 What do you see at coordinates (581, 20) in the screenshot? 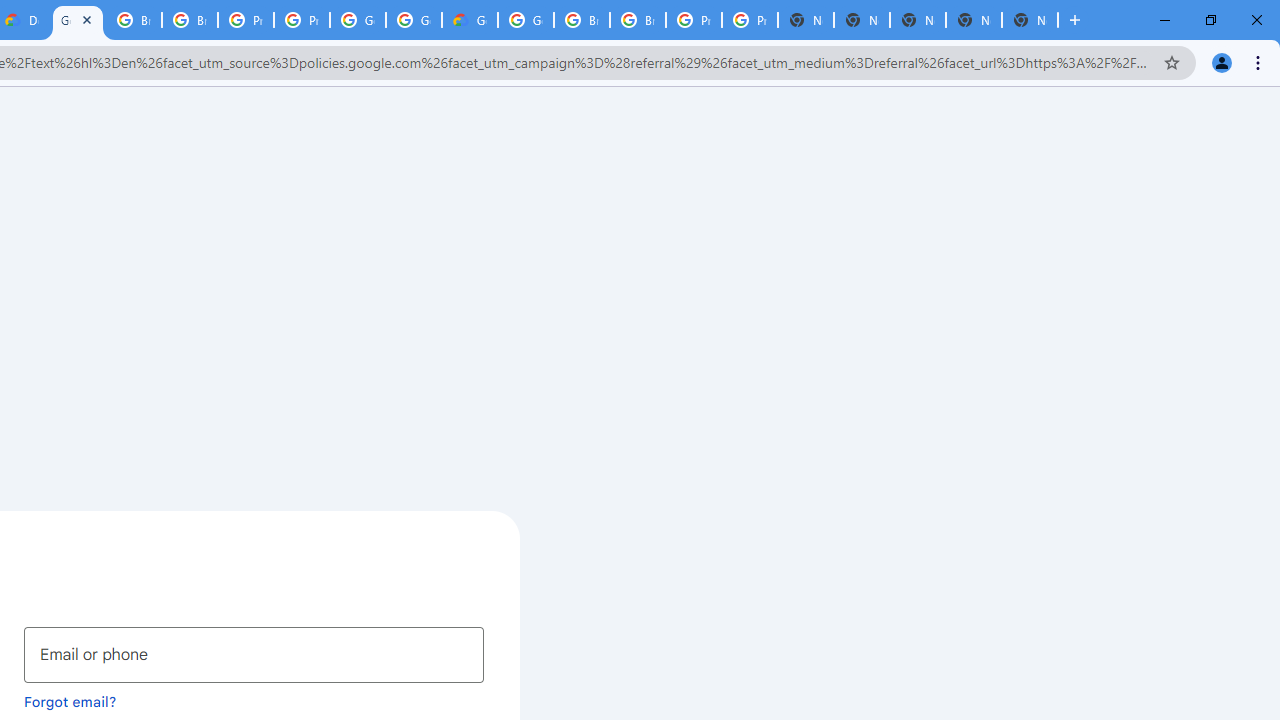
I see `'Browse Chrome as a guest - Computer - Google Chrome Help'` at bounding box center [581, 20].